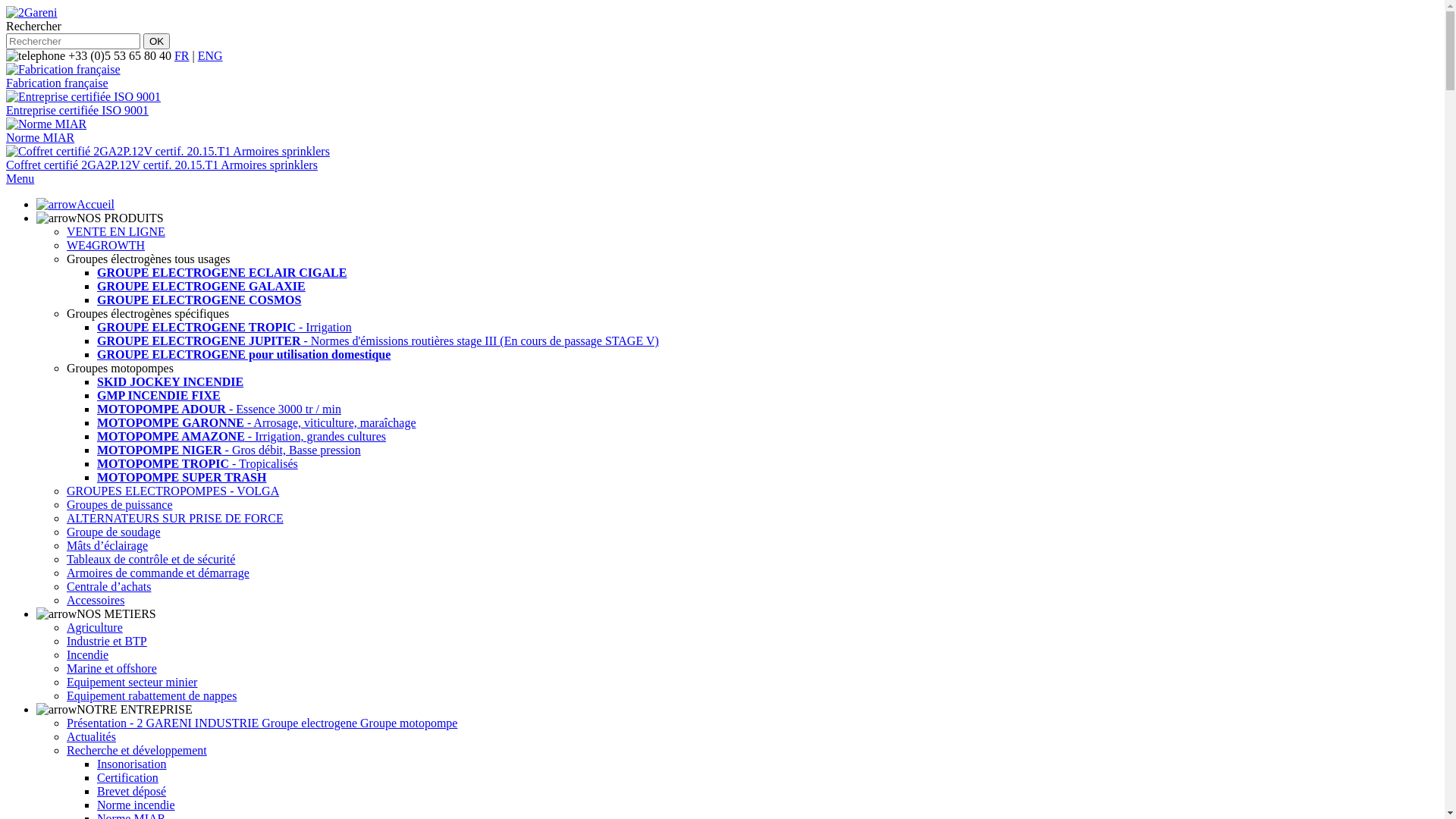 The image size is (1456, 819). What do you see at coordinates (113, 709) in the screenshot?
I see `'NOTRE ENTREPRISE'` at bounding box center [113, 709].